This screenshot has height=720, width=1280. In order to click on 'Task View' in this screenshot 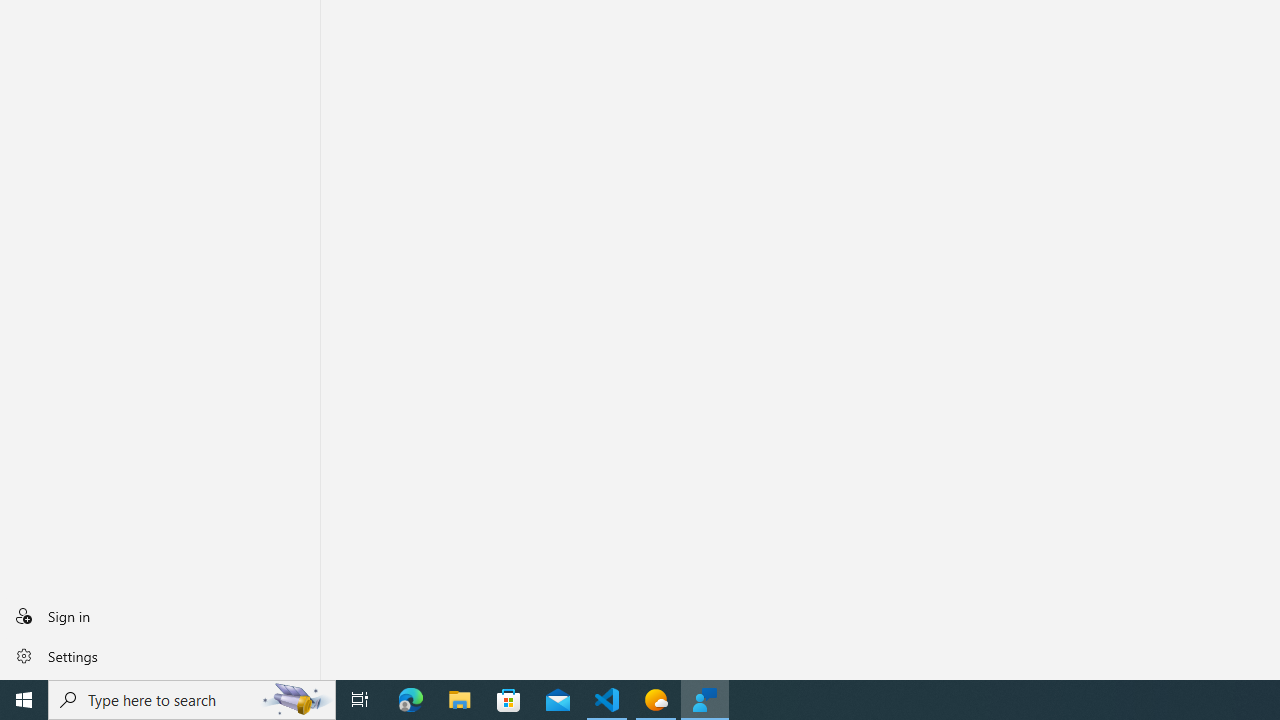, I will do `click(359, 698)`.